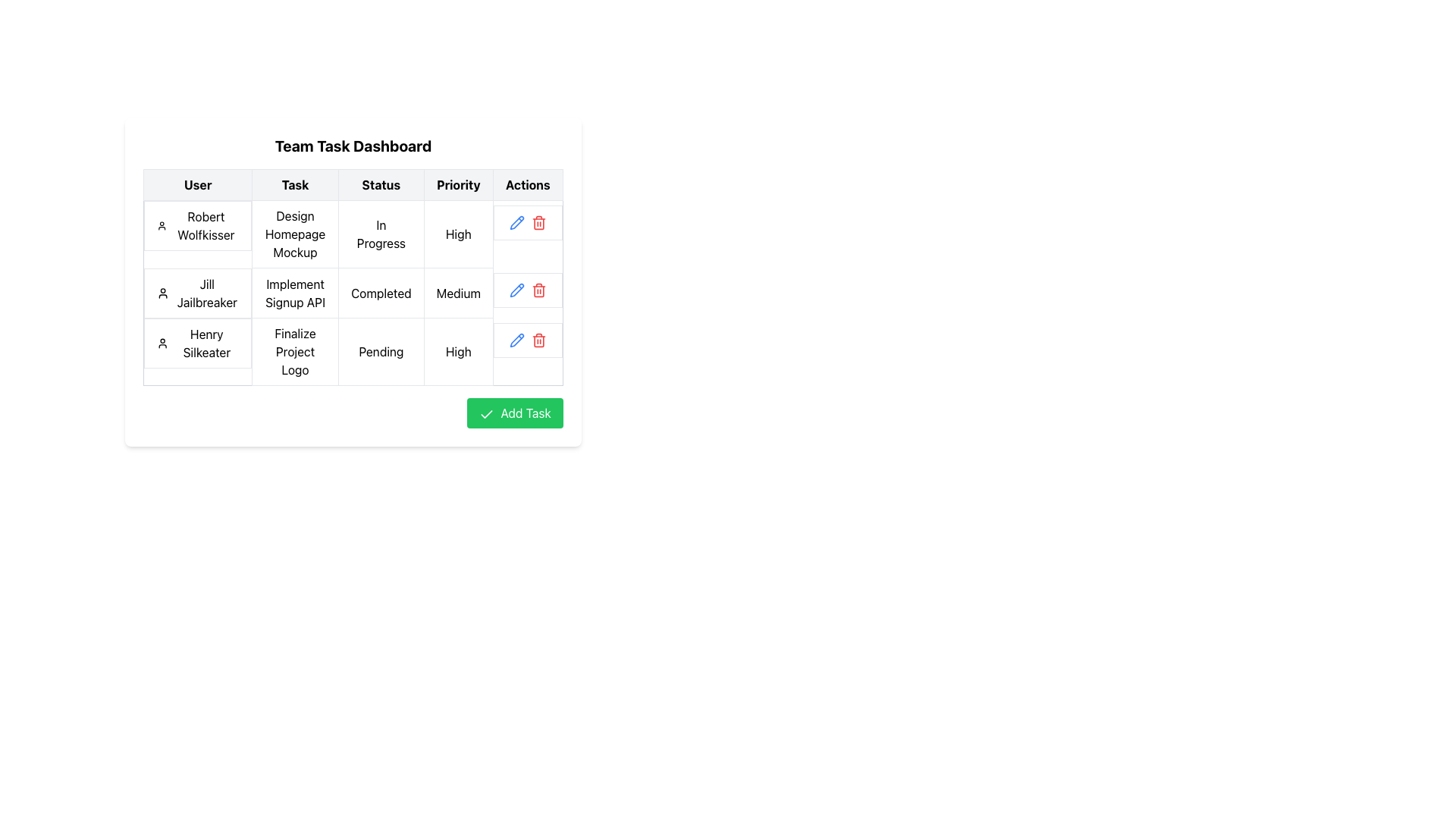 The height and width of the screenshot is (819, 1456). I want to click on the 'Status' text label in bold font located in the third cell of the table header row, which has a light gray background and is positioned between the 'Task' and 'Priority' columns, so click(381, 184).